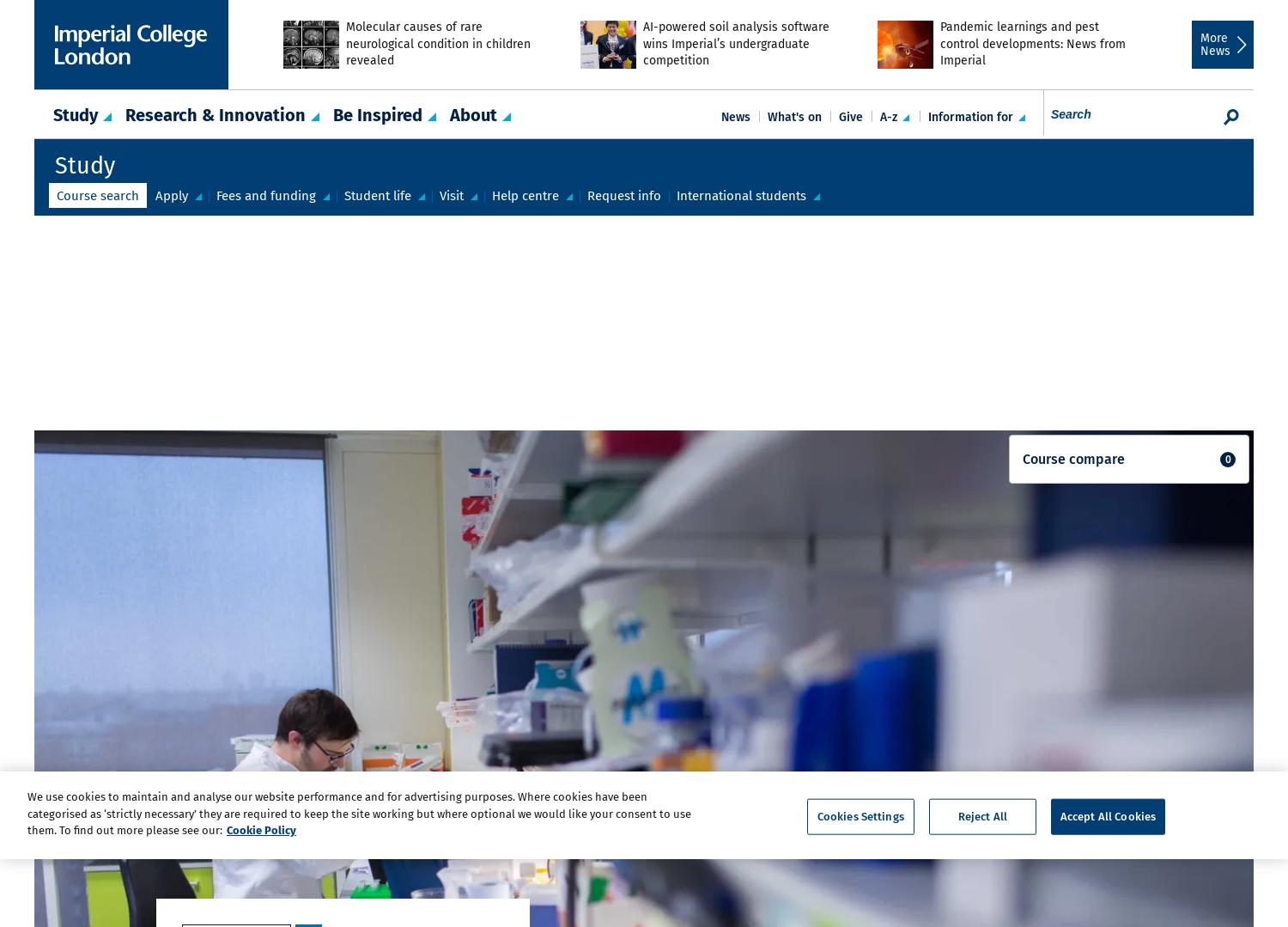  Describe the element at coordinates (879, 116) in the screenshot. I see `'A-Z'` at that location.